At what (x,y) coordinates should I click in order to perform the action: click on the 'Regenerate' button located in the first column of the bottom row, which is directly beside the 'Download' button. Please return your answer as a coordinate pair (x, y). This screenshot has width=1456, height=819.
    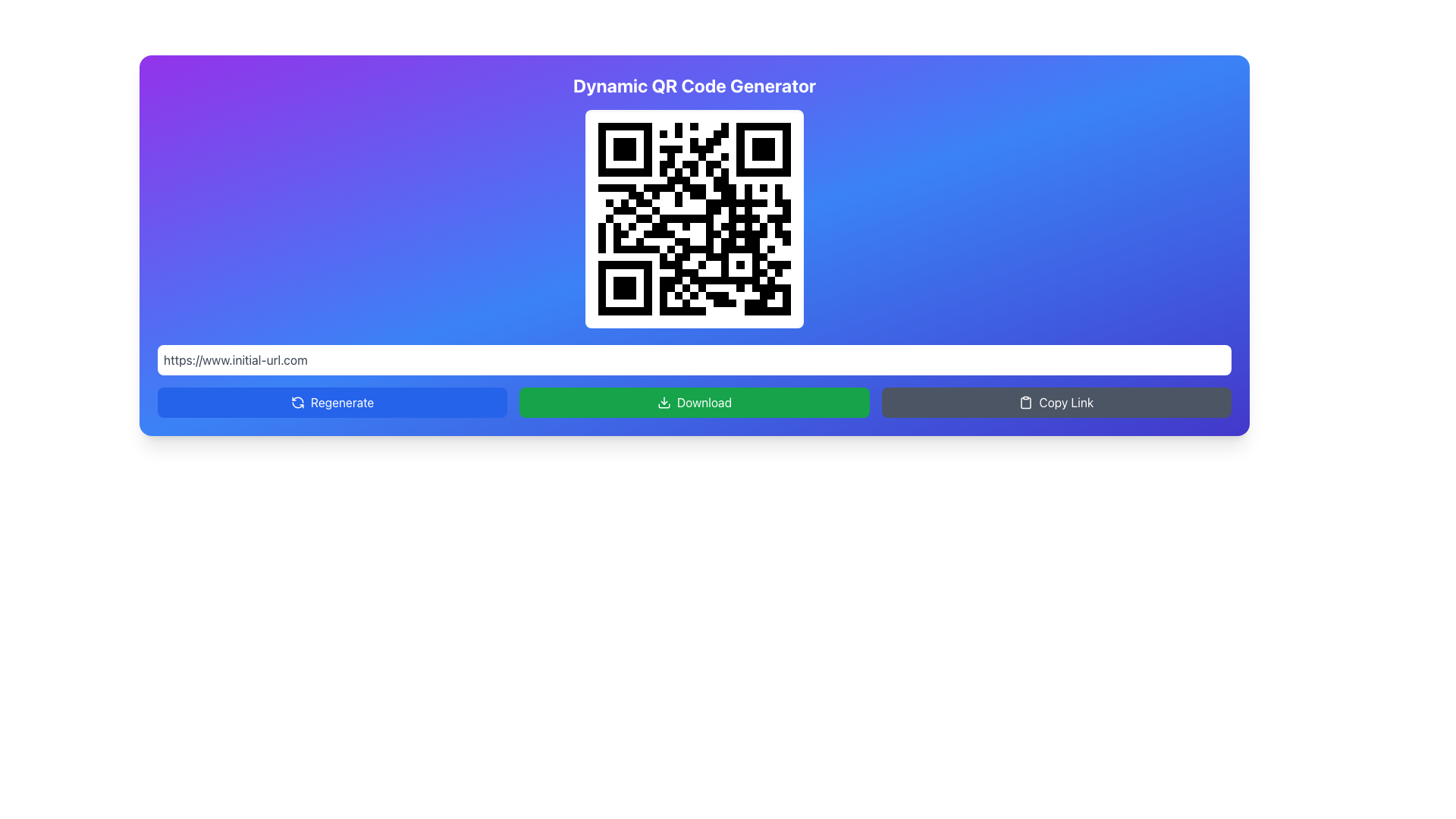
    Looking at the image, I should click on (331, 402).